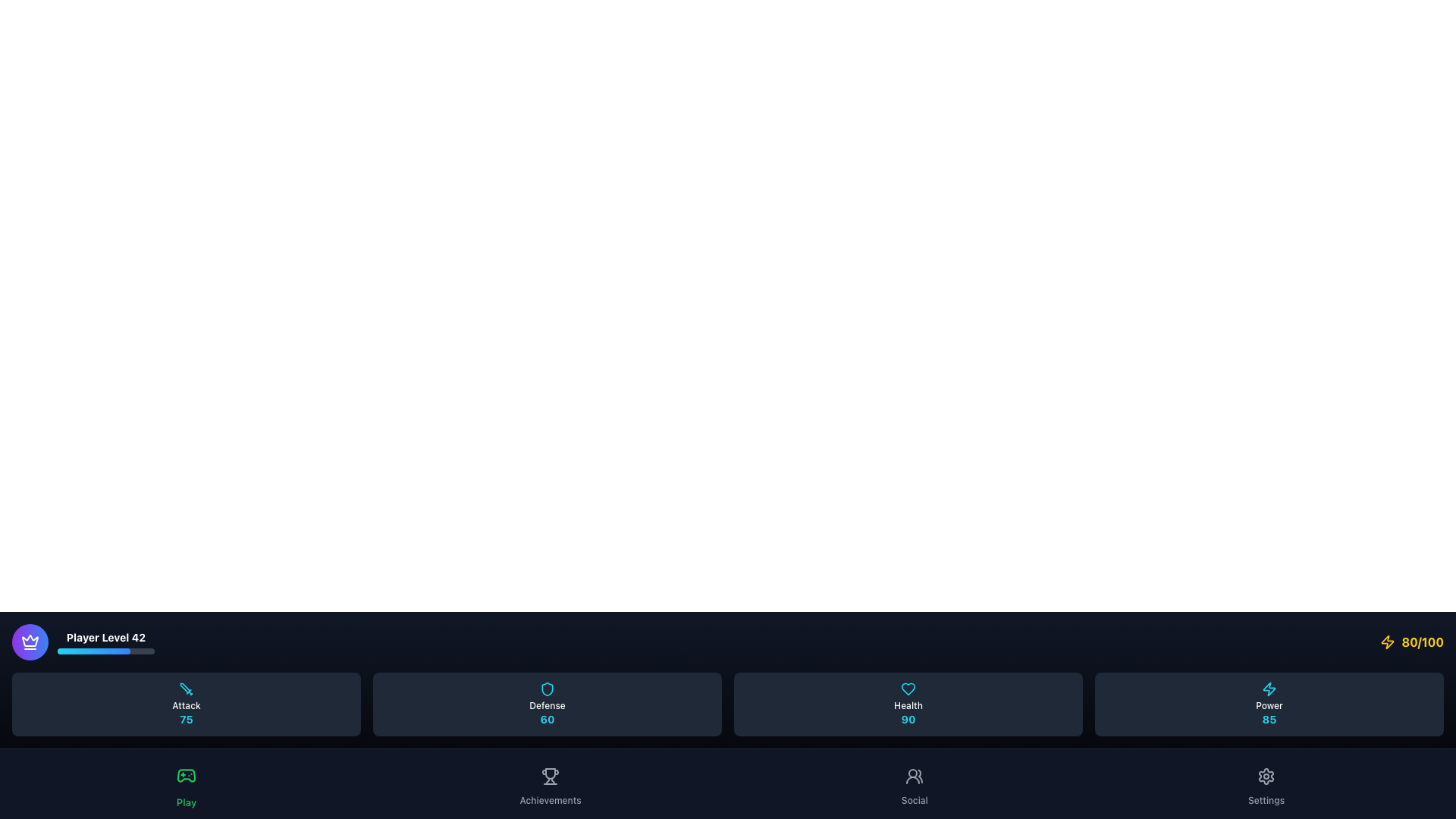 This screenshot has width=1456, height=819. What do you see at coordinates (914, 776) in the screenshot?
I see `the 'Social' icon located at the bottom right of the navigation bar for additional information` at bounding box center [914, 776].